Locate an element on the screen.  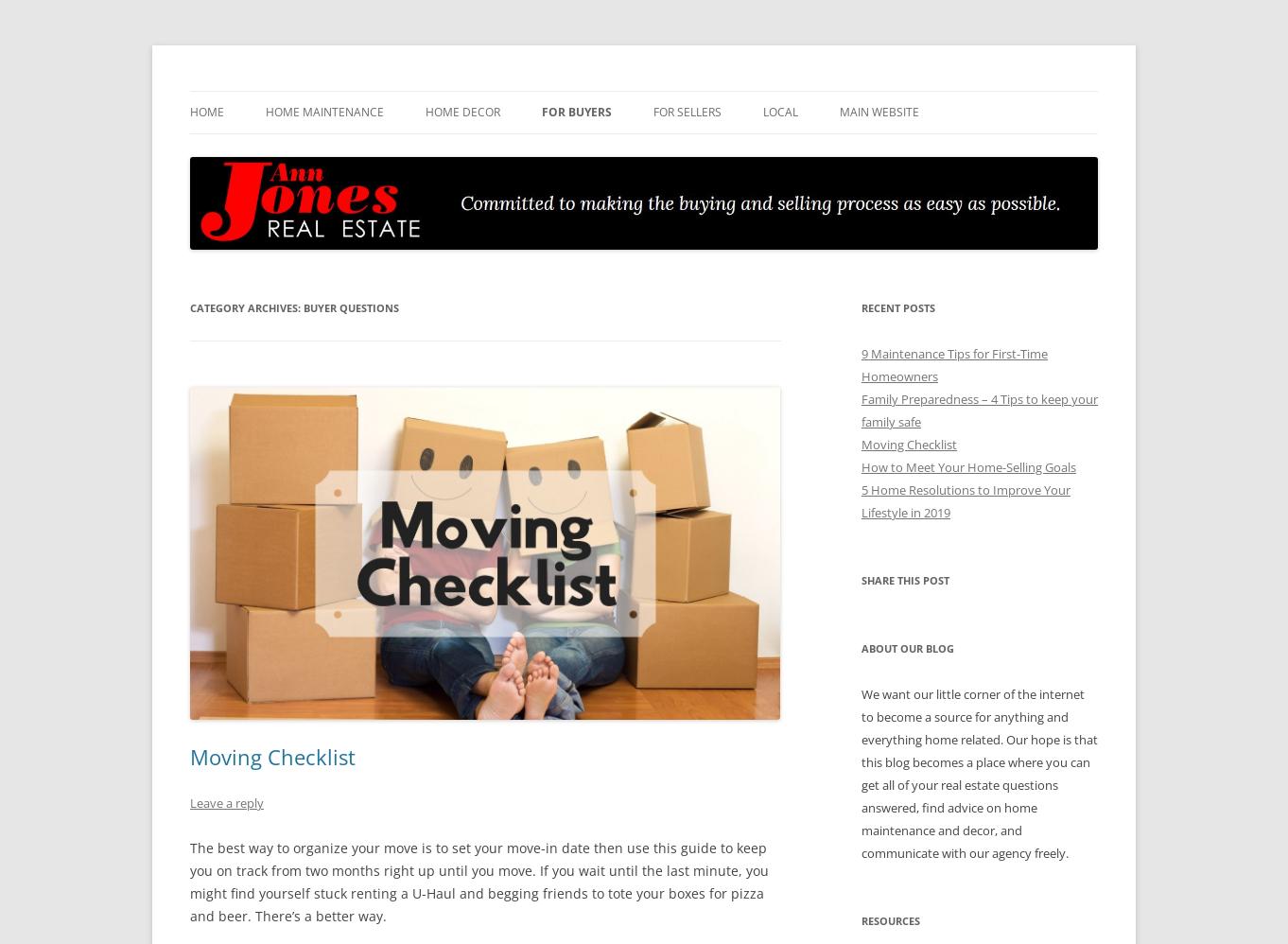
'9 Maintenance Tips for First-Time Homeowners' is located at coordinates (954, 364).